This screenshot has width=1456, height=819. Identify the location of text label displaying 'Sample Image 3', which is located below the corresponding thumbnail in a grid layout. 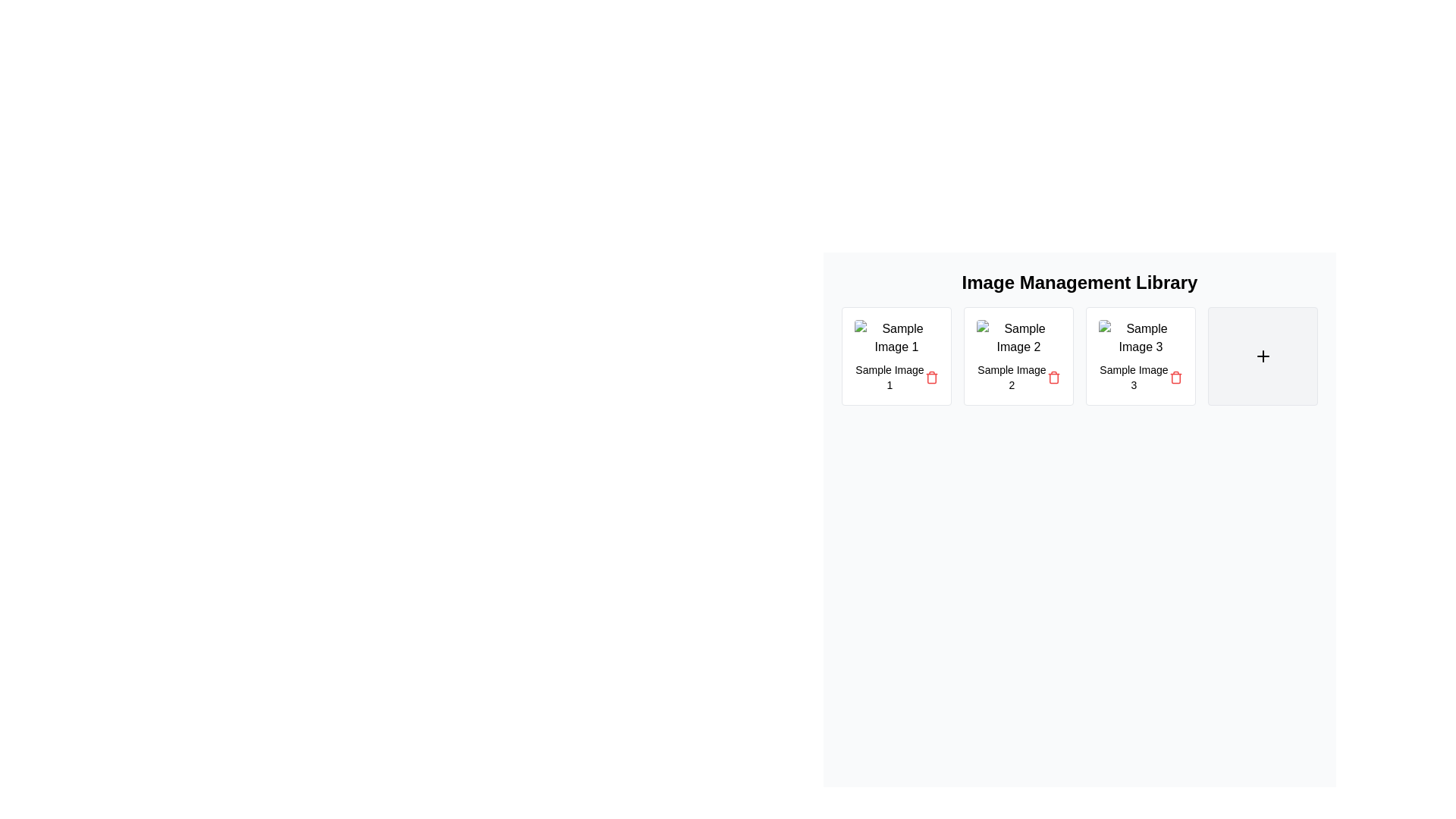
(1134, 376).